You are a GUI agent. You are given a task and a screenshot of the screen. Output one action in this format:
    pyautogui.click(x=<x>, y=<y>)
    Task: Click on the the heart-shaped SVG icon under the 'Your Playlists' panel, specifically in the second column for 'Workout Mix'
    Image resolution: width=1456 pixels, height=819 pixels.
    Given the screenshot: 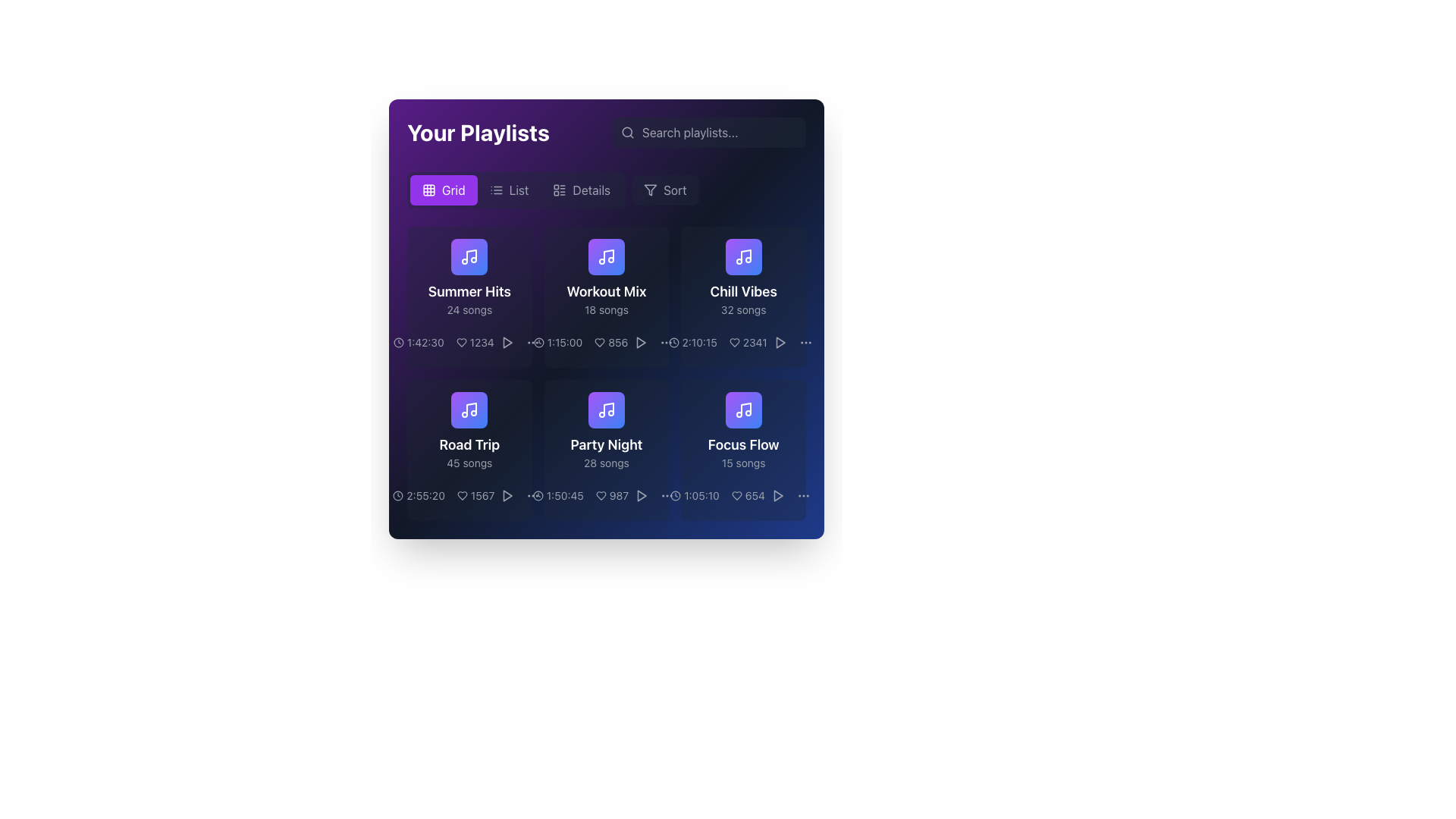 What is the action you would take?
    pyautogui.click(x=599, y=342)
    